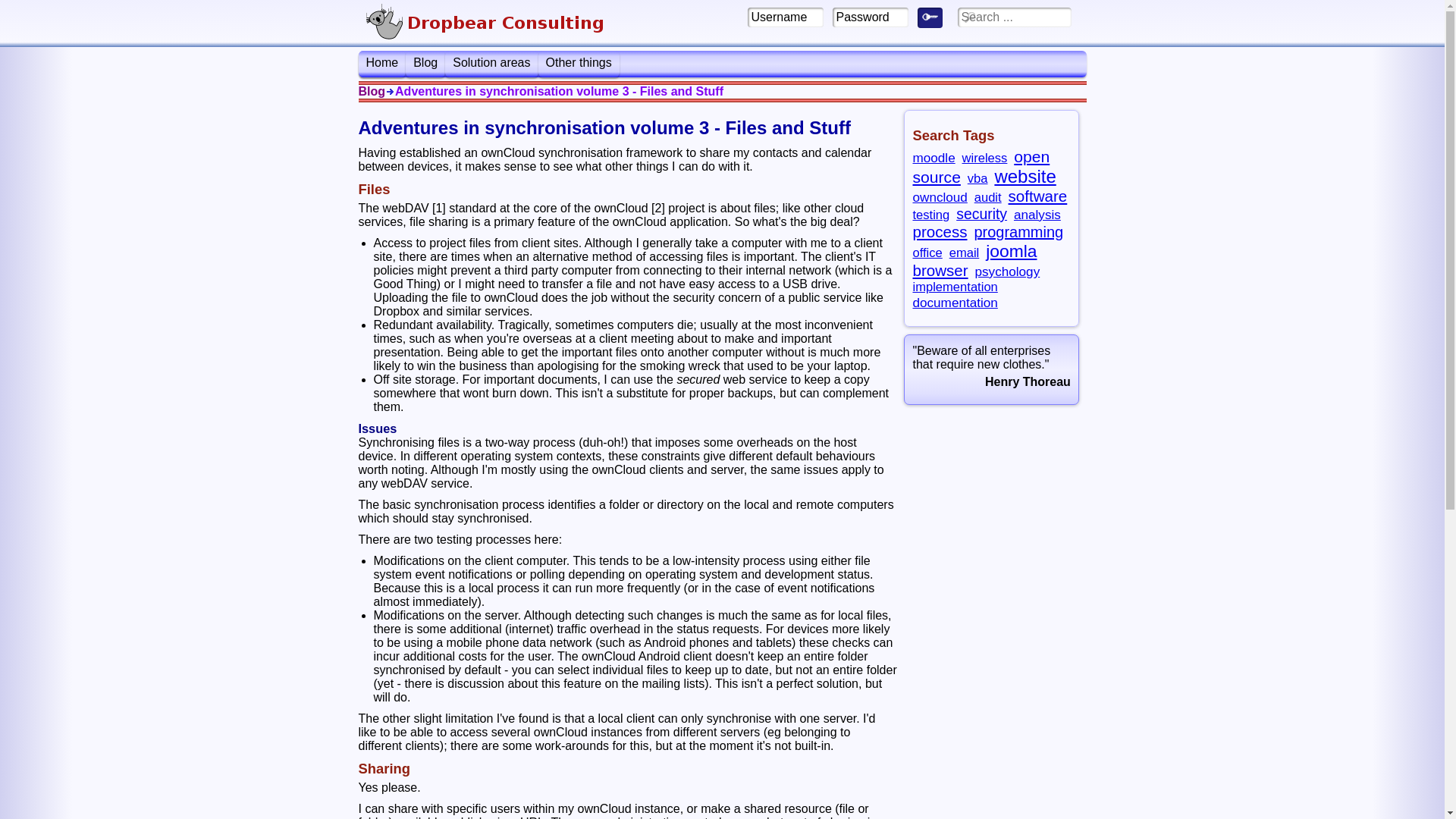  What do you see at coordinates (981, 213) in the screenshot?
I see `'security'` at bounding box center [981, 213].